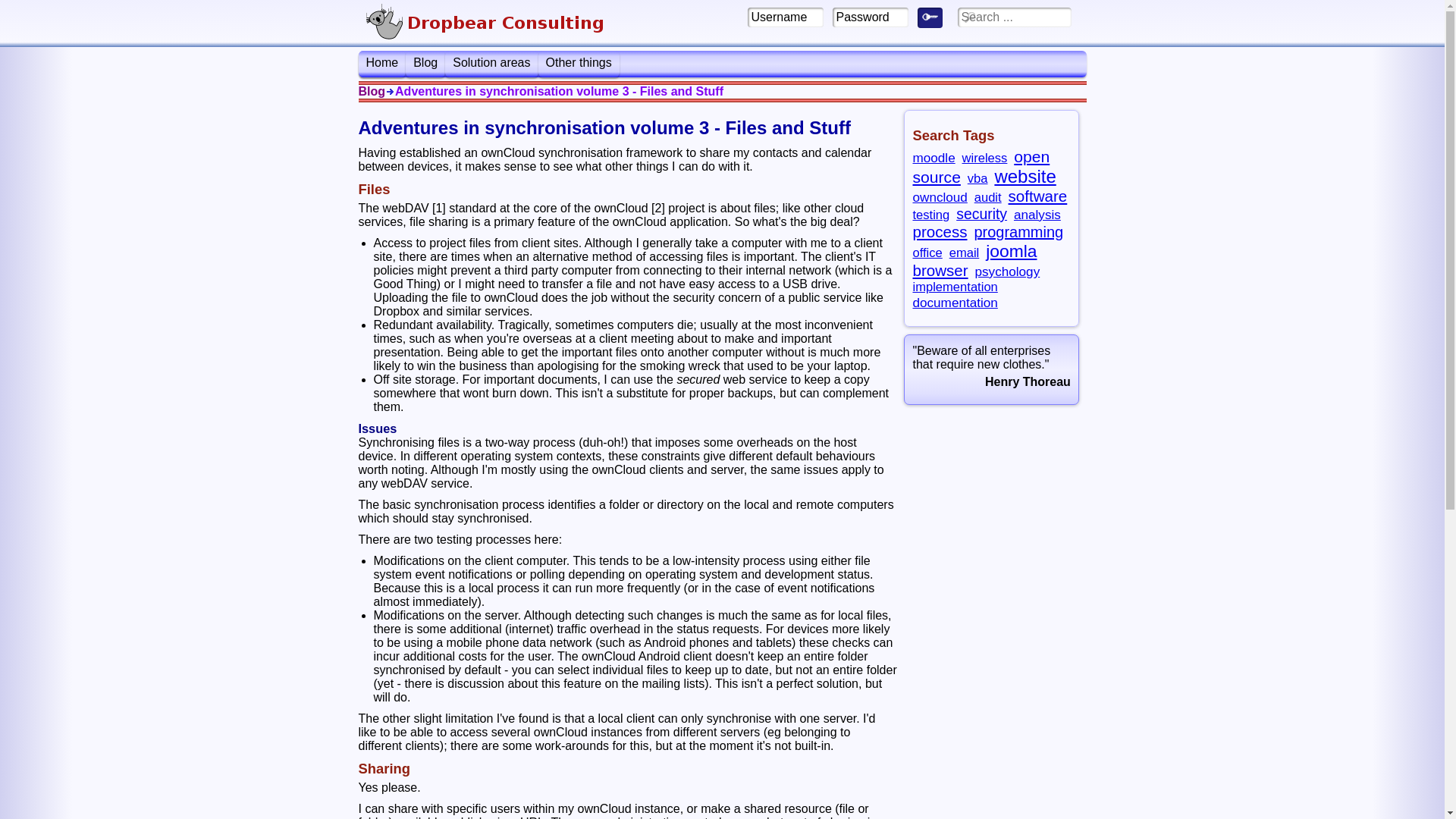  What do you see at coordinates (981, 213) in the screenshot?
I see `'security'` at bounding box center [981, 213].